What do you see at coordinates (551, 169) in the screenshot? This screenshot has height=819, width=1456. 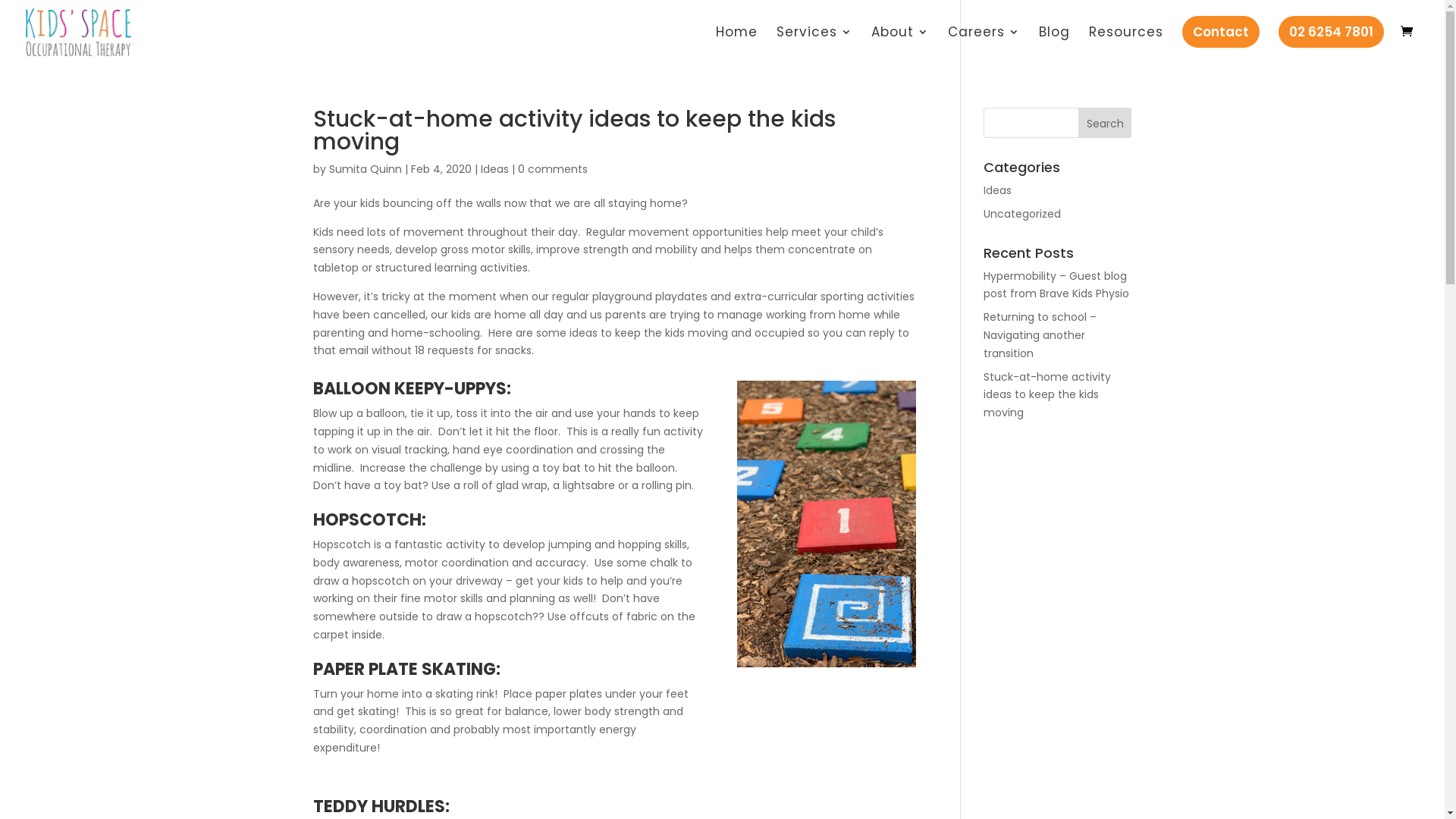 I see `'0 comments'` at bounding box center [551, 169].